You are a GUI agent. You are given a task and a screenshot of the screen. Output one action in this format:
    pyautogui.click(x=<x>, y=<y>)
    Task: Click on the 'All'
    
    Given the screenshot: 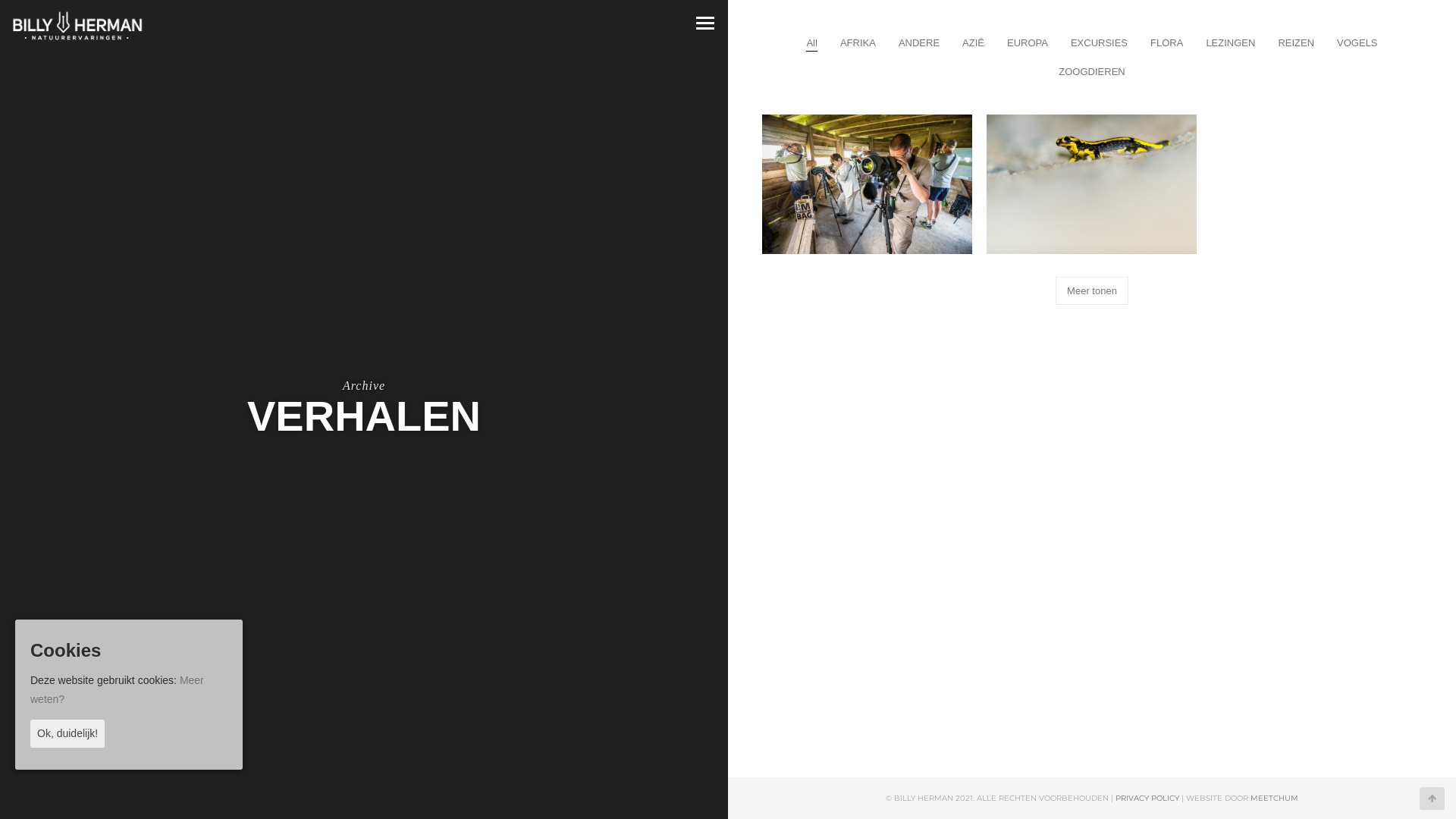 What is the action you would take?
    pyautogui.click(x=811, y=42)
    